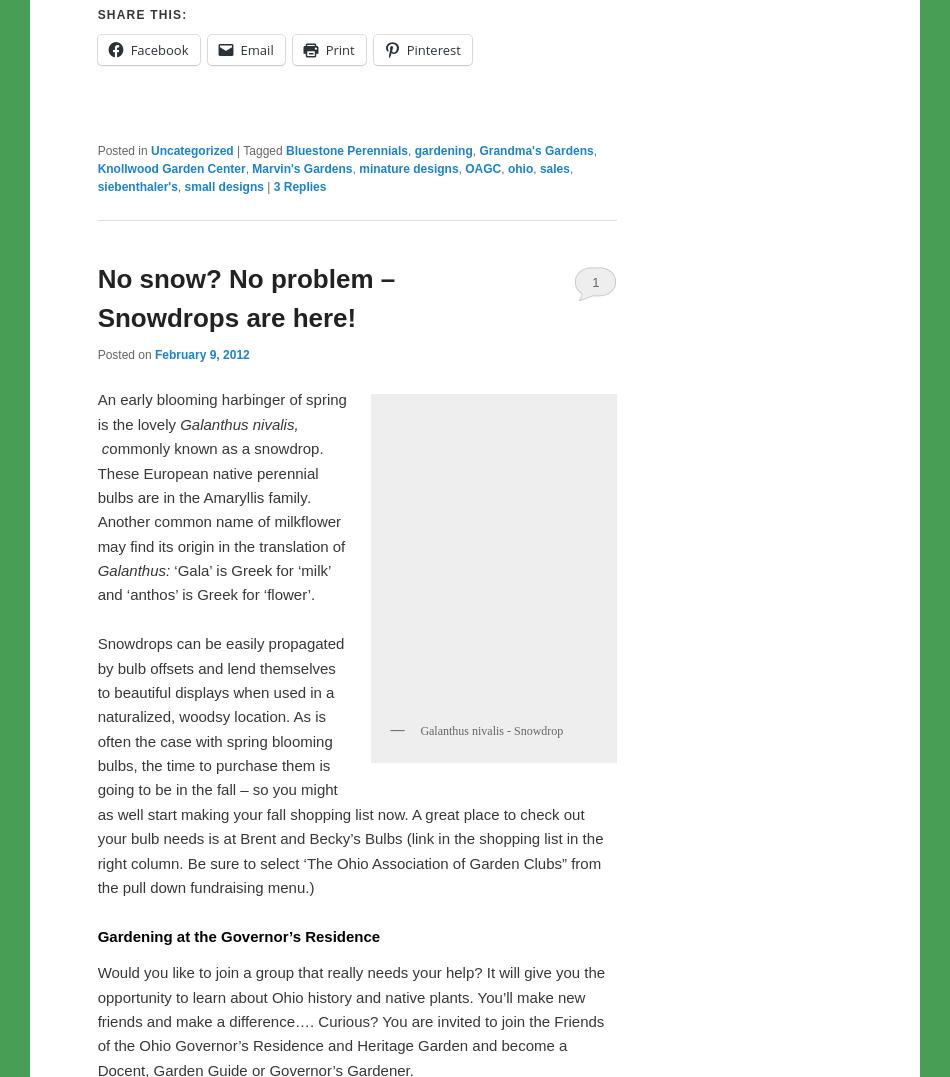  What do you see at coordinates (238, 984) in the screenshot?
I see `'Gardening at the Governor’s Residence'` at bounding box center [238, 984].